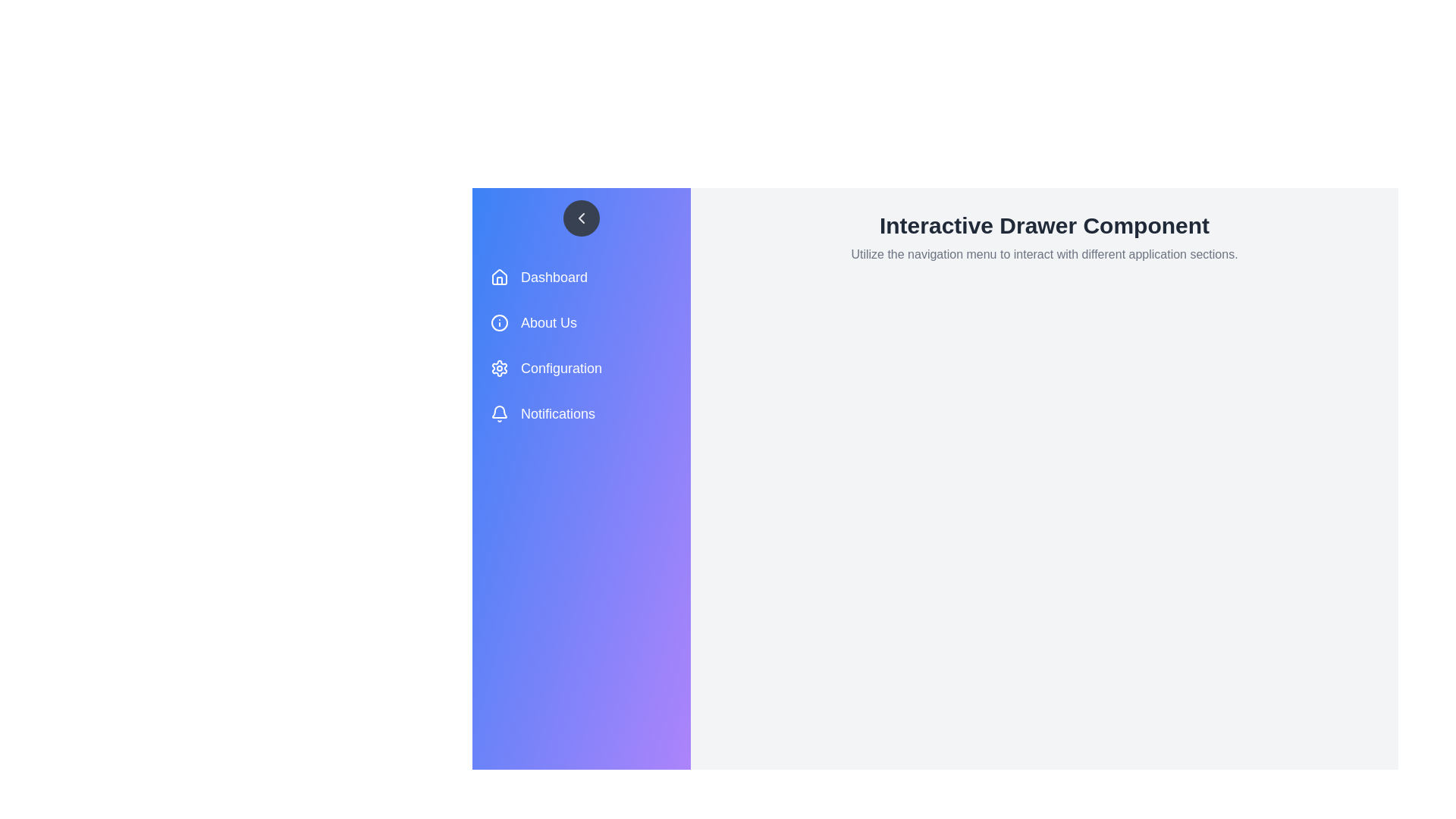  I want to click on the 'About Us' Text Label located in the sidebar menu, which is positioned directly to the right of the information icon, as the second item in the vertical list following 'Dashboard', so click(548, 322).